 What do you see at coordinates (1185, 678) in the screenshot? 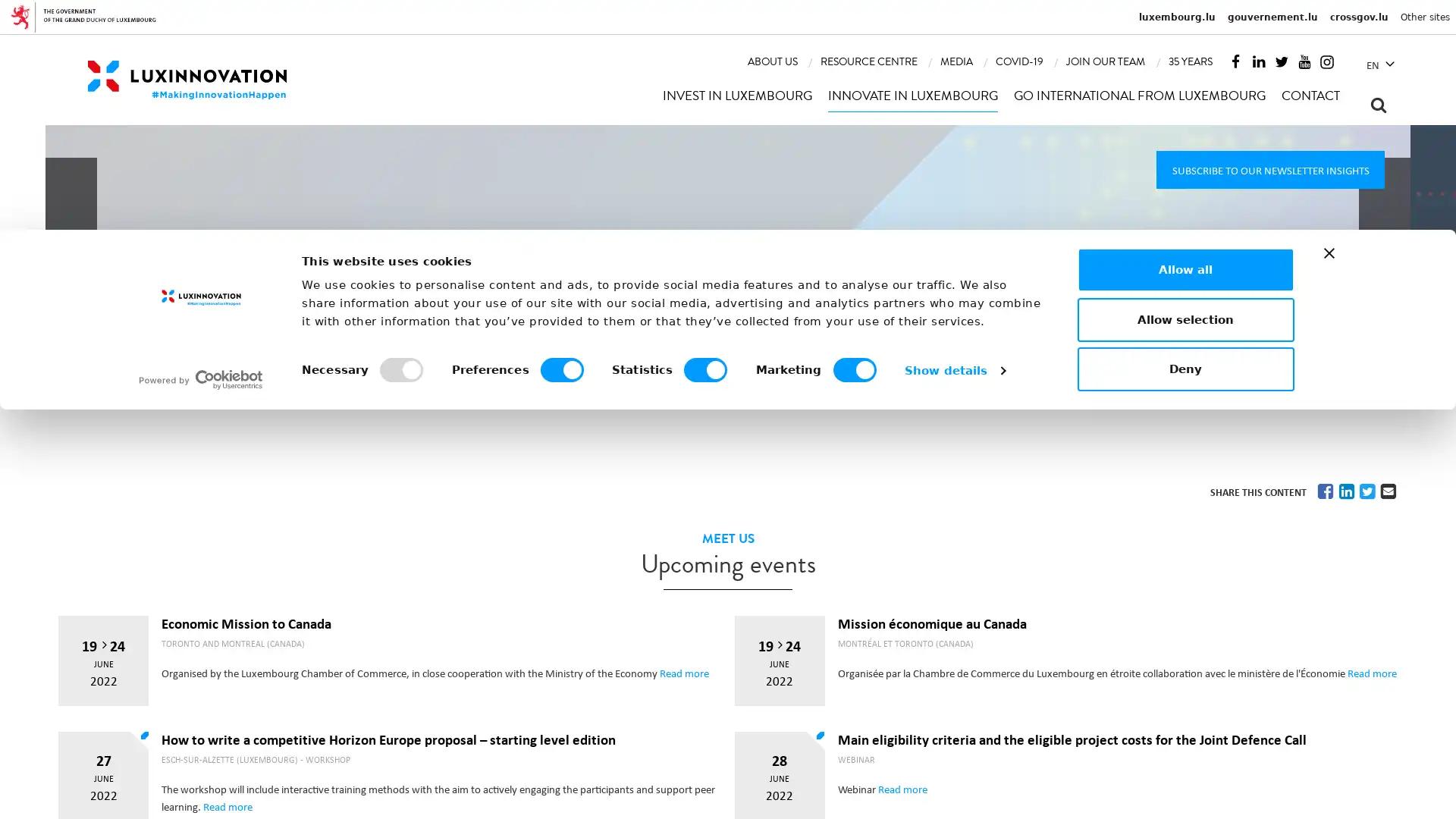
I see `Allow all` at bounding box center [1185, 678].